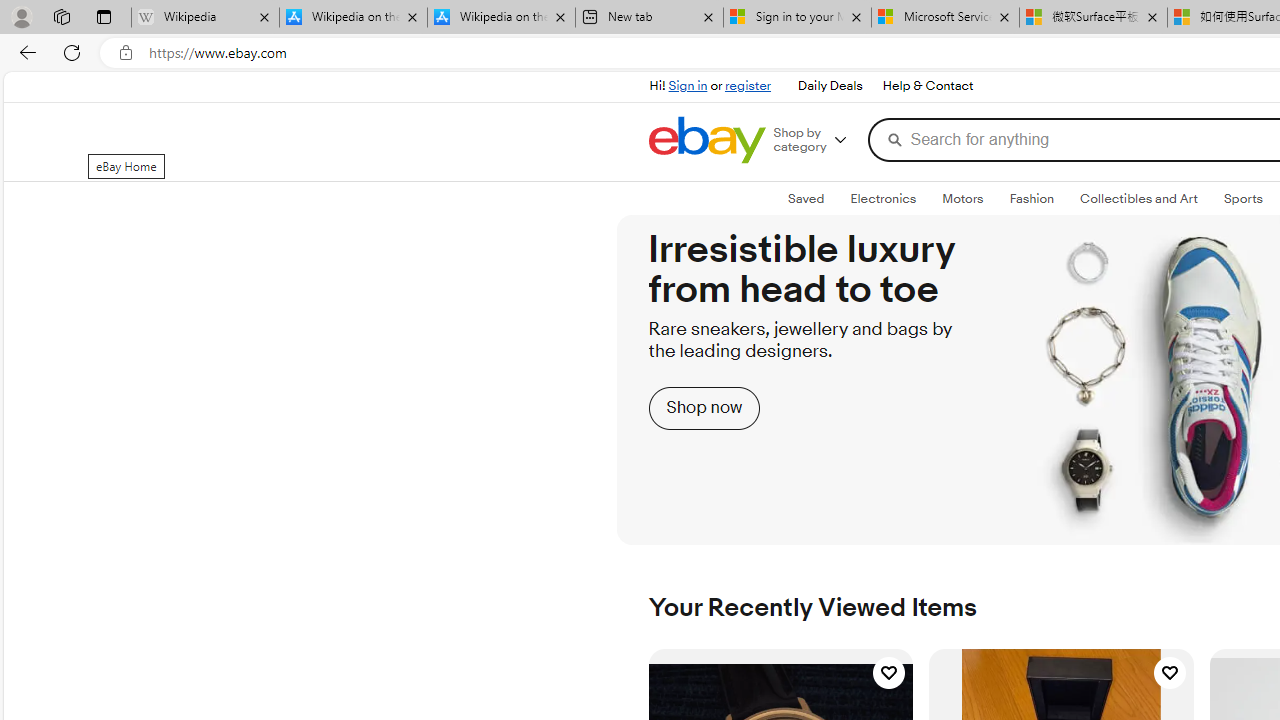  Describe the element at coordinates (944, 17) in the screenshot. I see `'Microsoft Services Agreement'` at that location.